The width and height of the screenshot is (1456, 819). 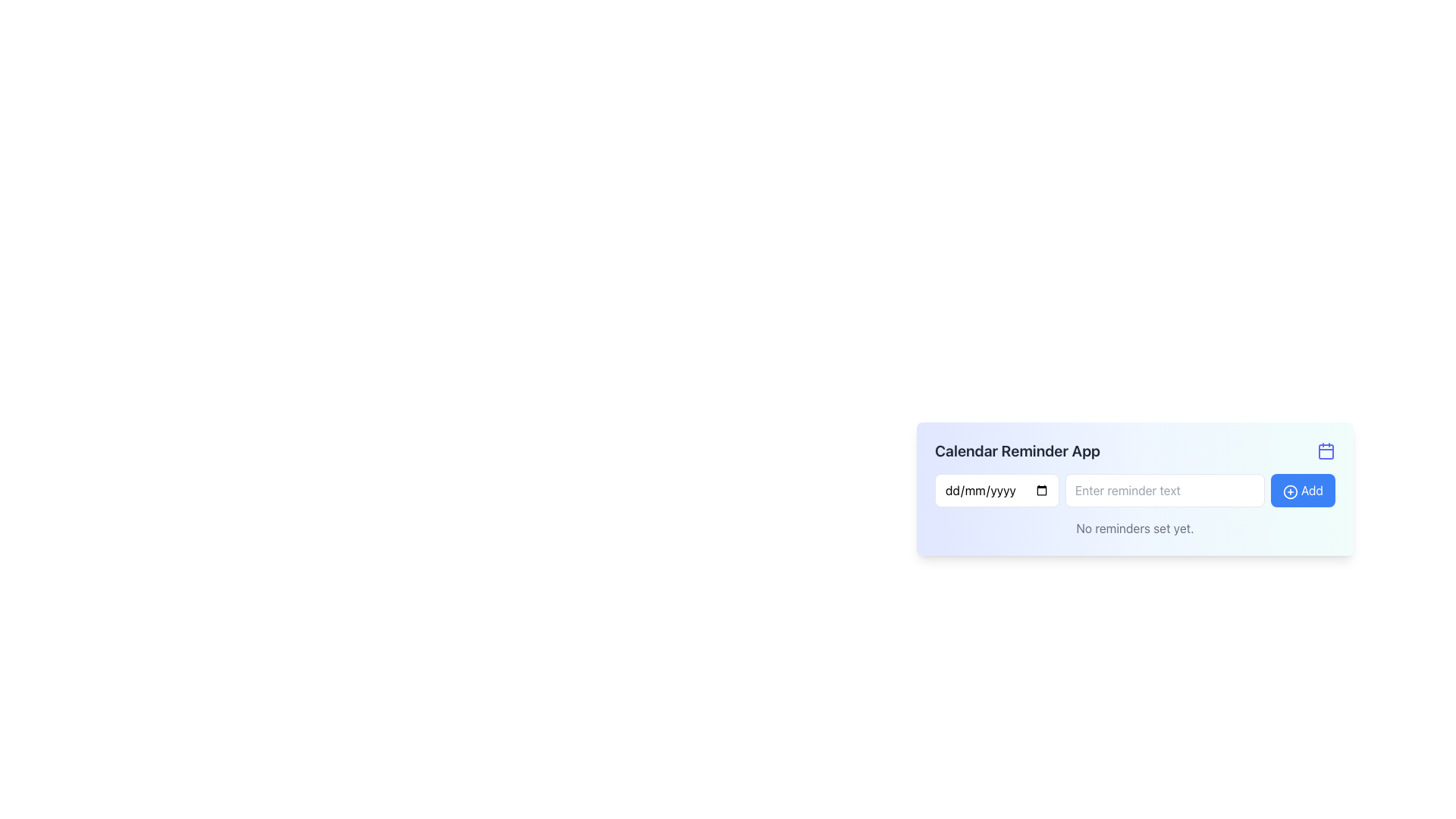 What do you see at coordinates (1289, 491) in the screenshot?
I see `the icon representing the 'add' action, located to the left of the 'Add' text within a blue-colored button on the interface` at bounding box center [1289, 491].